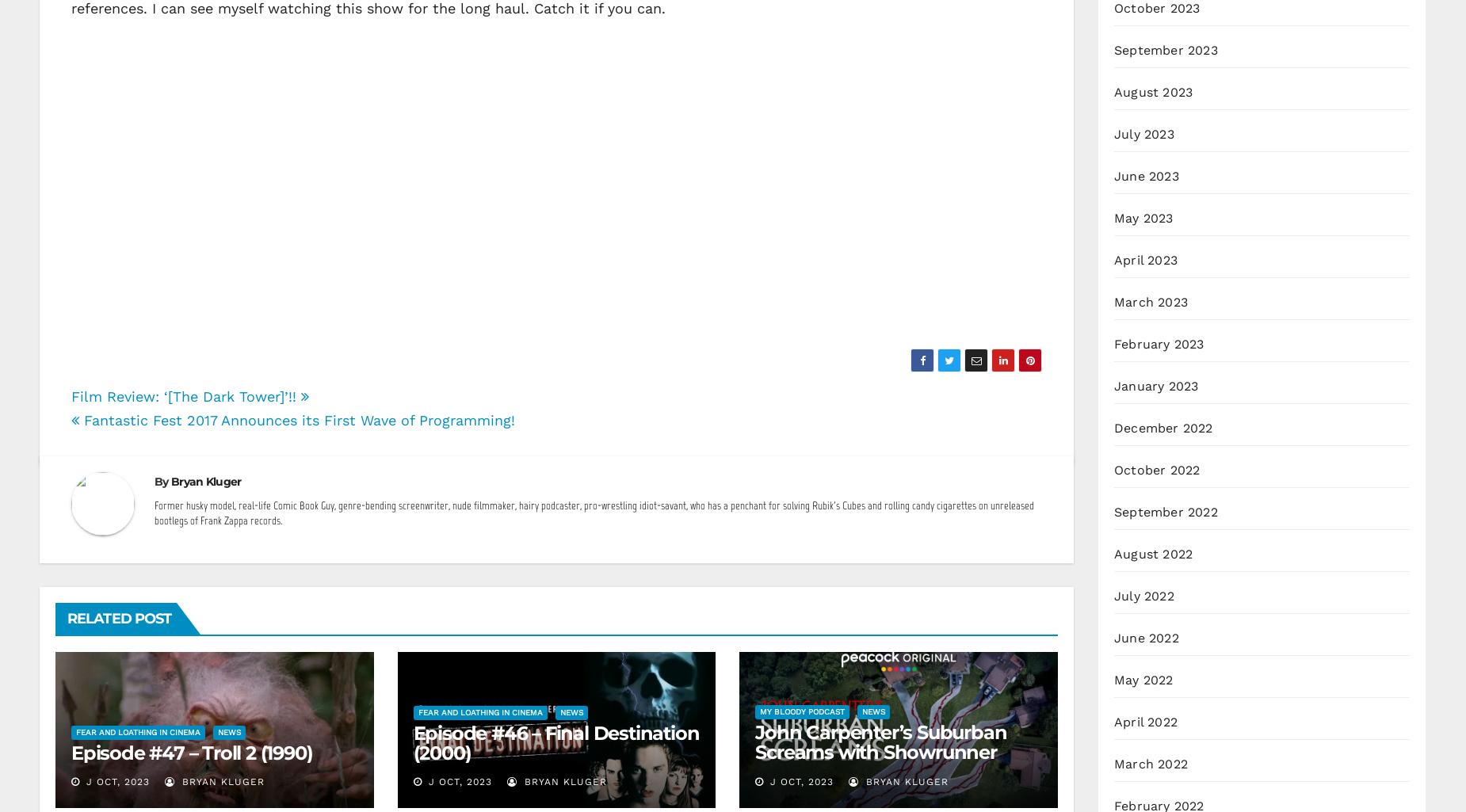  I want to click on 'February 2023', so click(1159, 343).